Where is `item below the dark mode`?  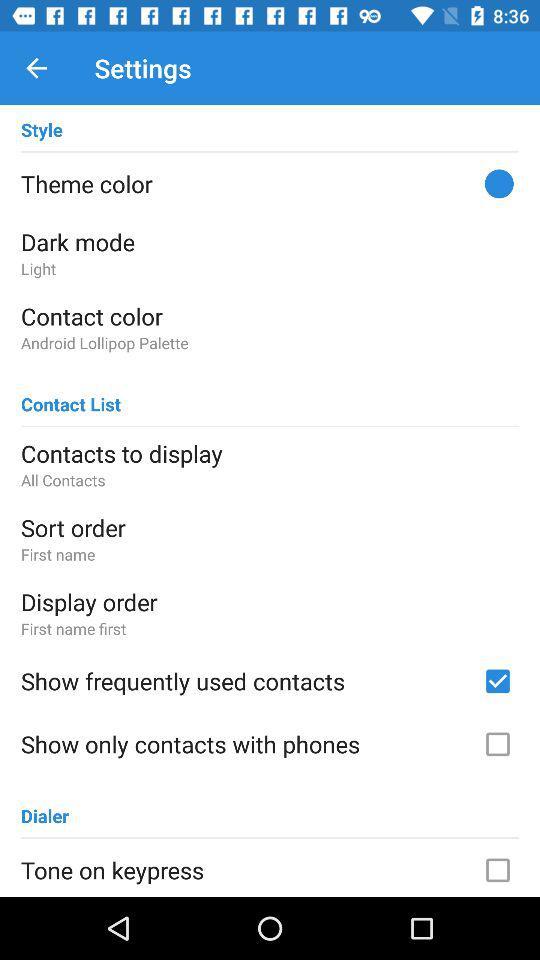 item below the dark mode is located at coordinates (270, 267).